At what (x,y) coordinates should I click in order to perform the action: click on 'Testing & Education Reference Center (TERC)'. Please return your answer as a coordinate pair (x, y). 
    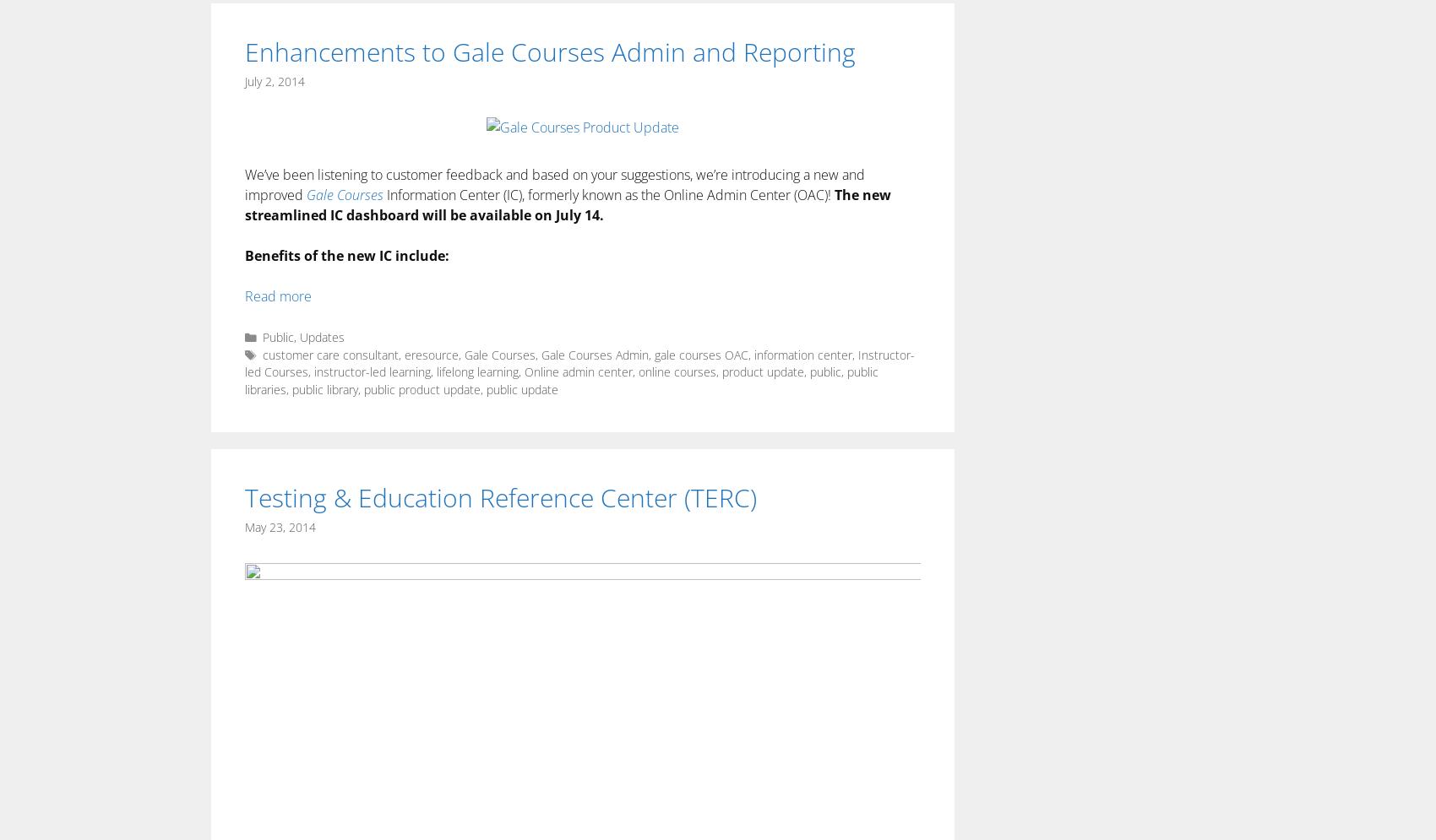
    Looking at the image, I should click on (499, 496).